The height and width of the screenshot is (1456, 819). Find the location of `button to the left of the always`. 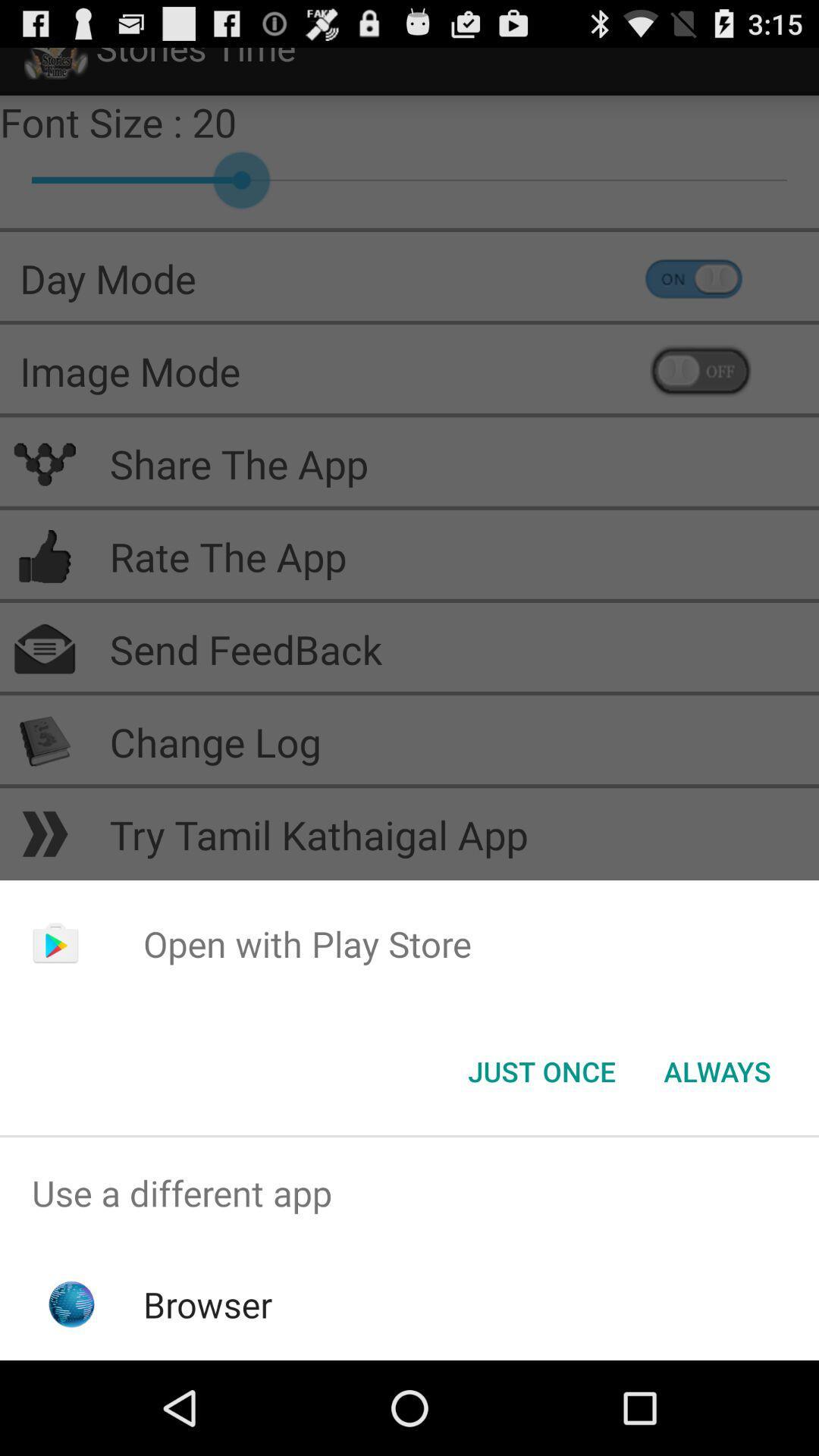

button to the left of the always is located at coordinates (541, 1070).